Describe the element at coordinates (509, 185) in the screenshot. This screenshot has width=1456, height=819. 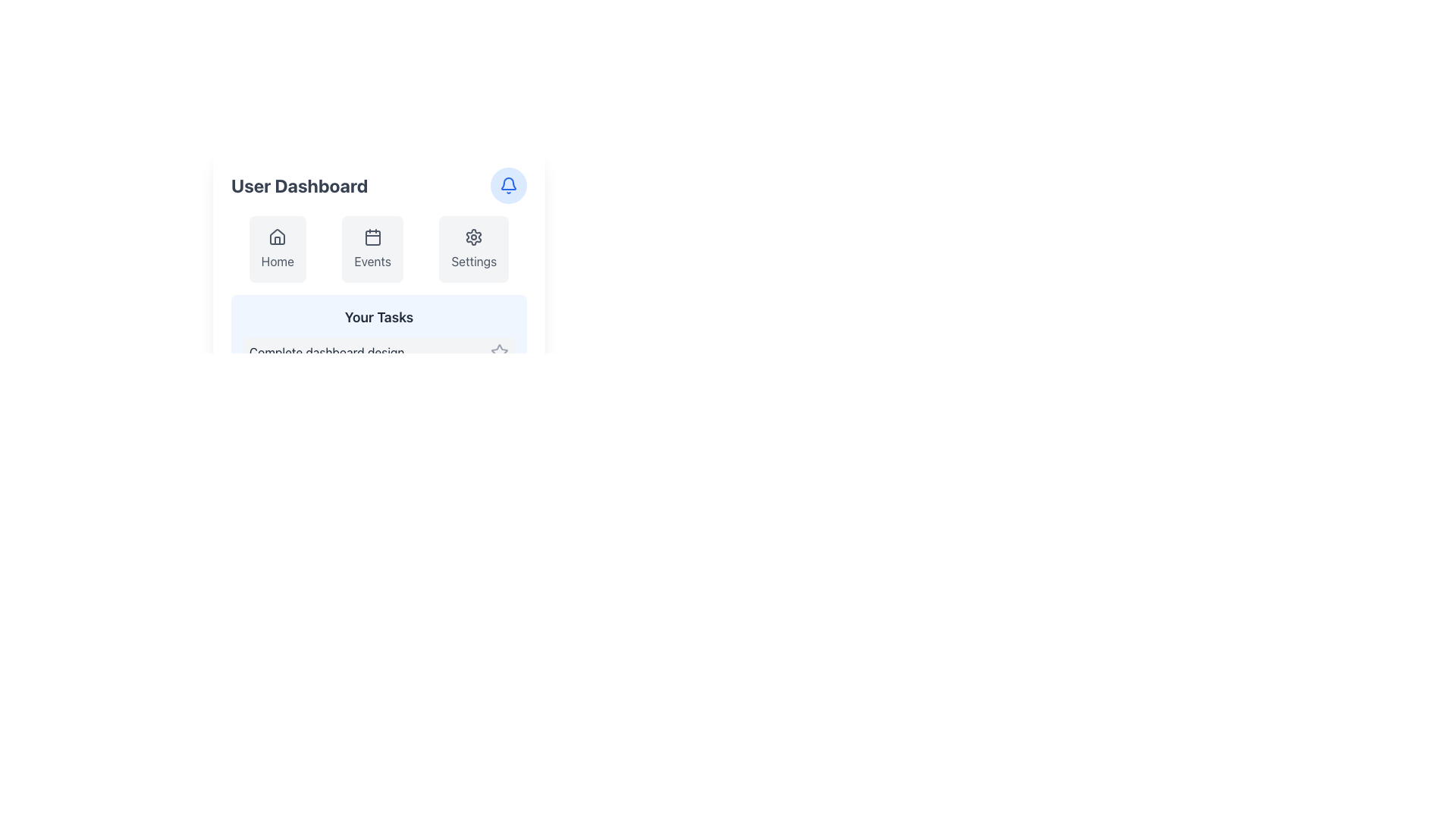
I see `the blue bell icon located in the top right corner of the user dashboard` at that location.